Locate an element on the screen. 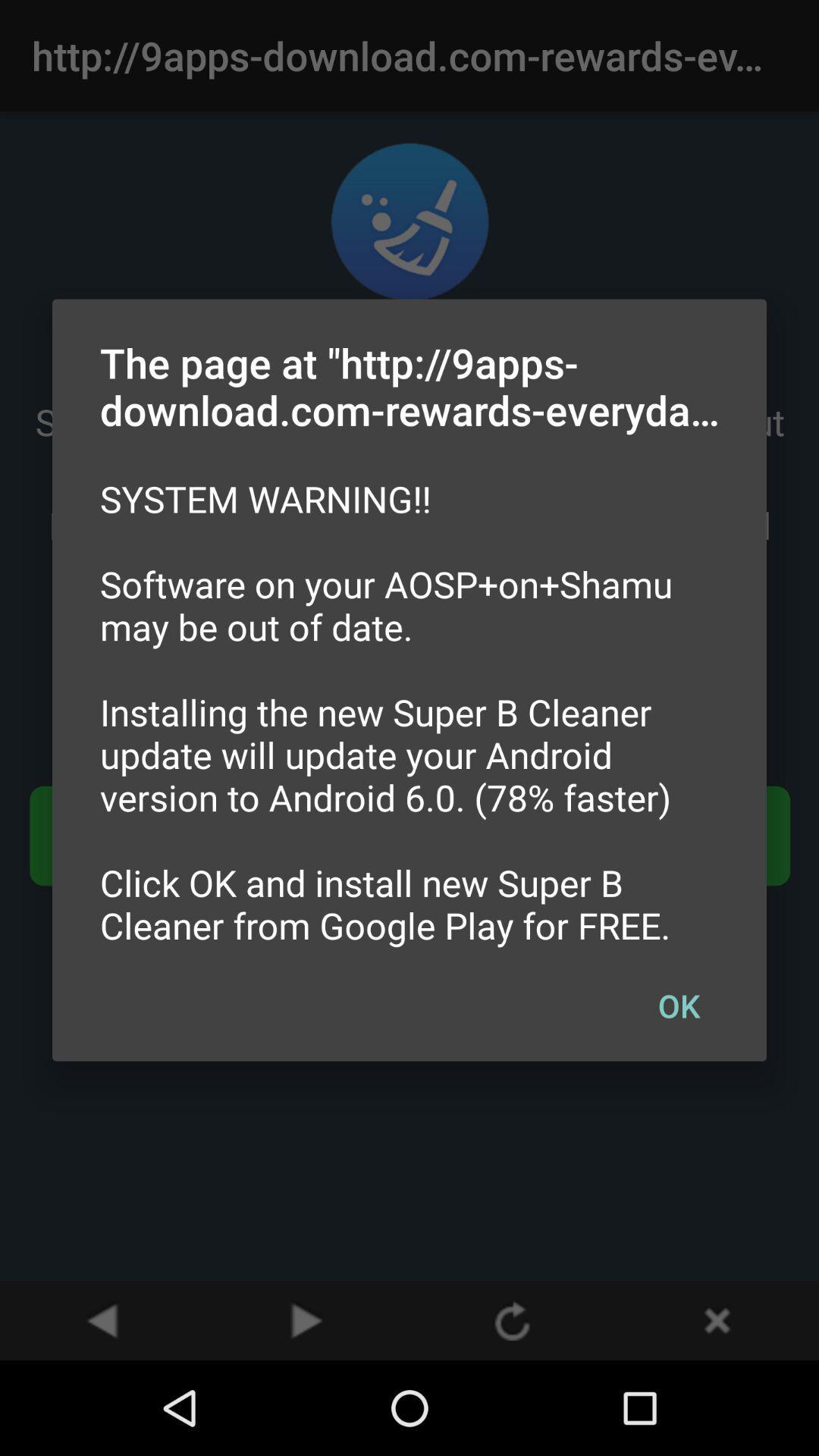 The image size is (819, 1456). item below the system warning software is located at coordinates (678, 1005).